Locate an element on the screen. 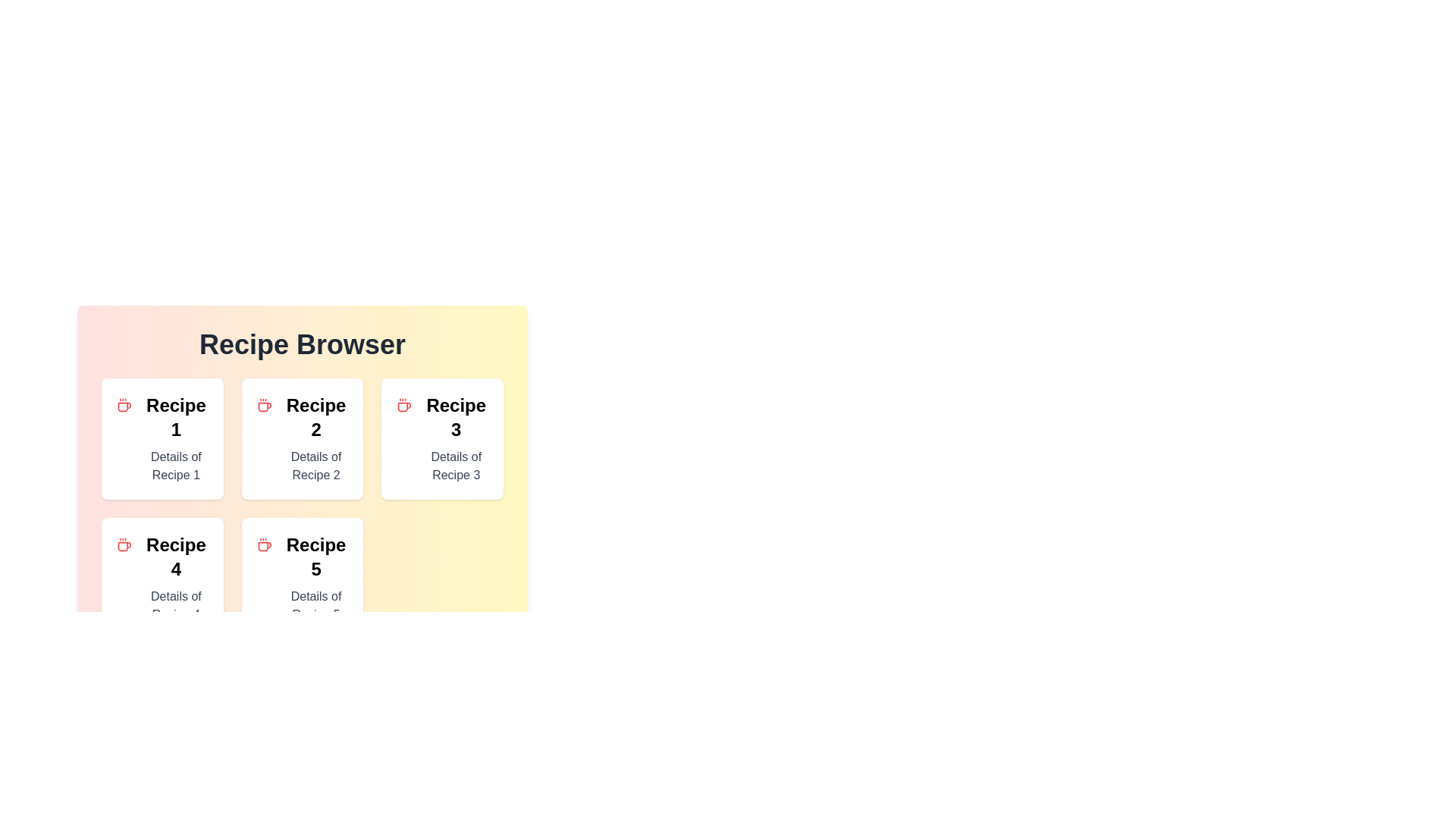 The height and width of the screenshot is (819, 1456). the Text Label that serves as a title for the associated recipe card, located in the second row and second column of the recipe grid, directly above the sibling element with the description 'Details of Recipe 5' is located at coordinates (315, 557).